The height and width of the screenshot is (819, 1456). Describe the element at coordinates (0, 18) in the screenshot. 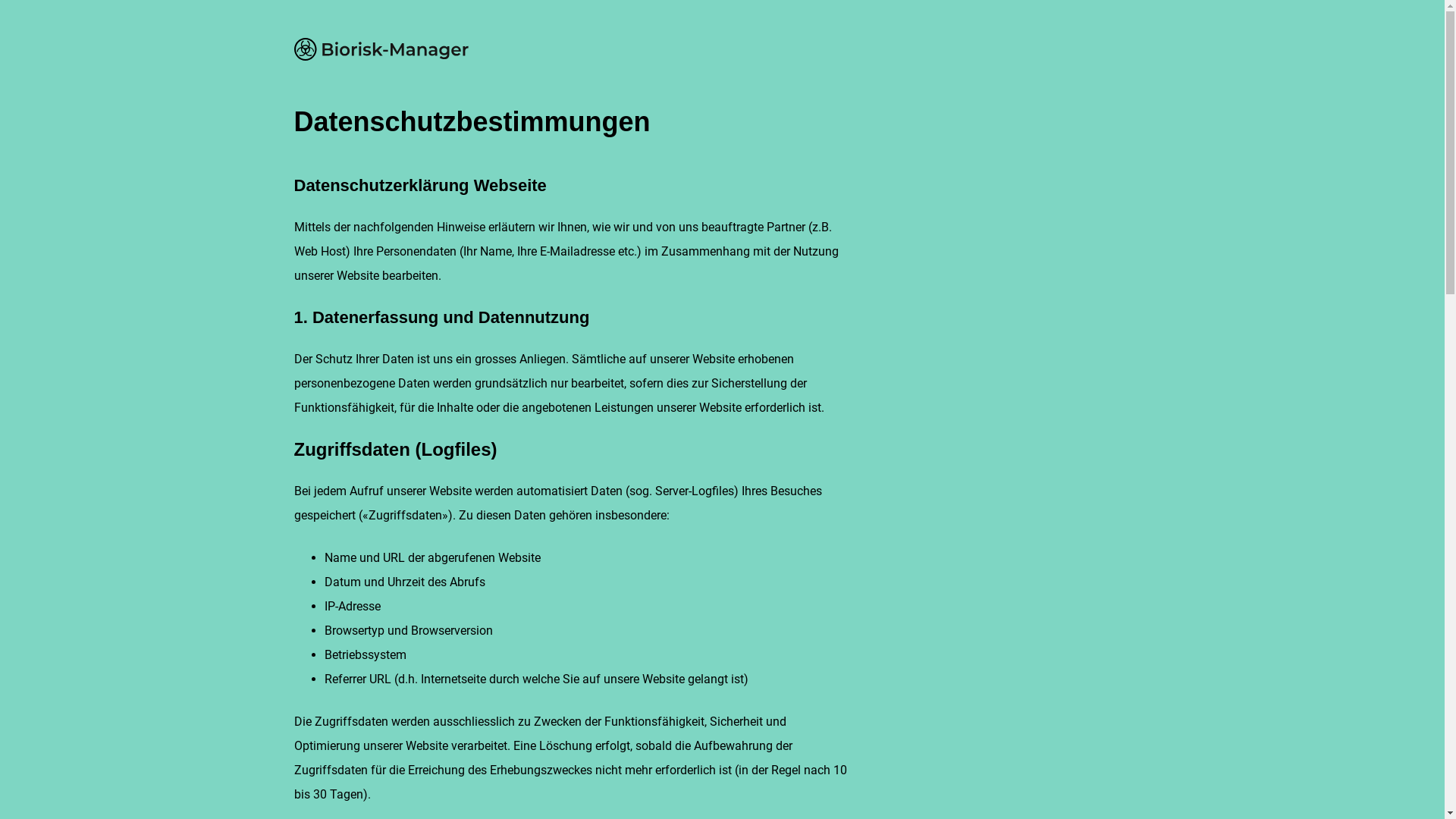

I see `'Direkt zum Inhalt'` at that location.